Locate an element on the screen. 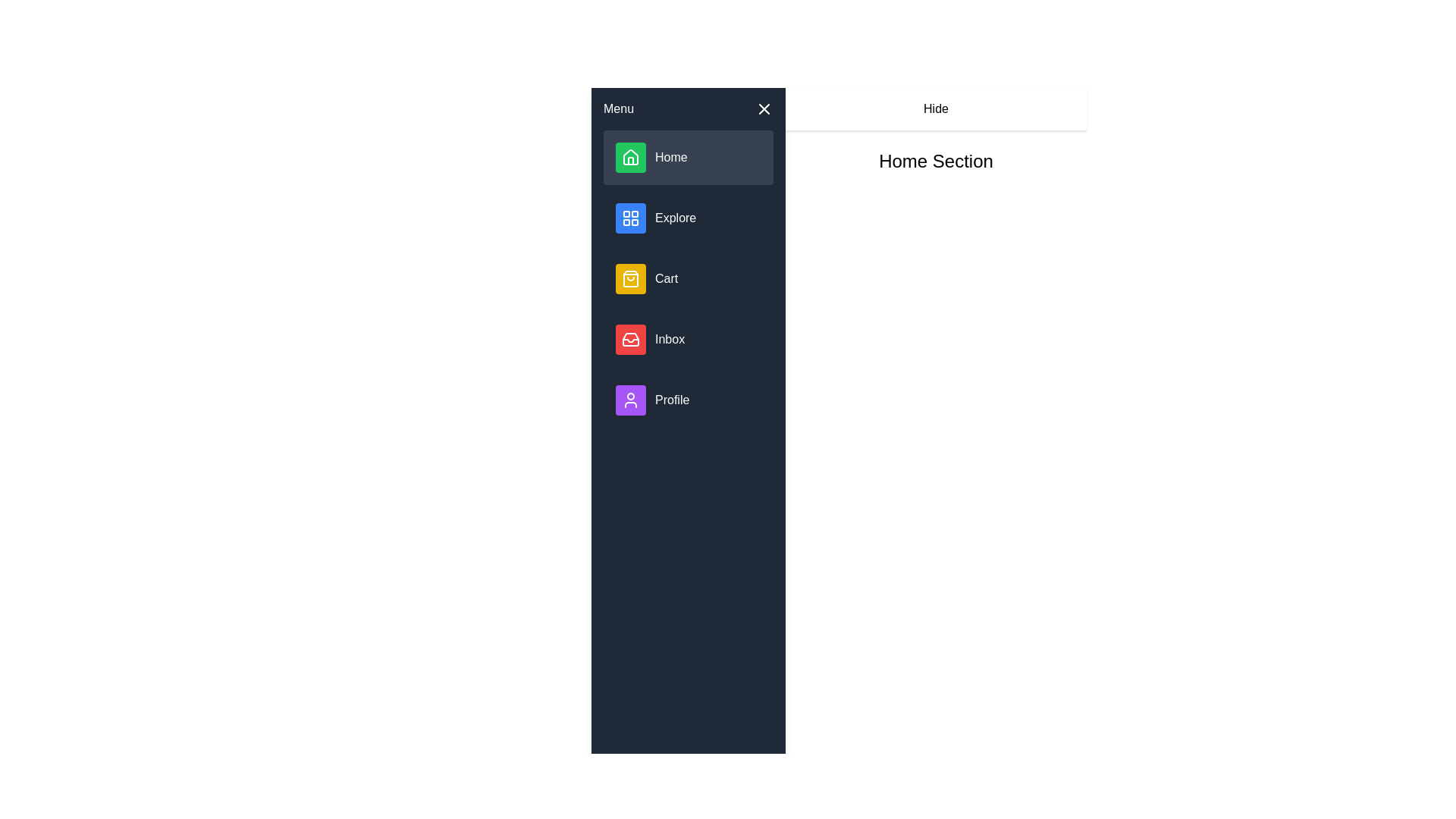 The image size is (1456, 819). the 'Explore' text label in the navigation menu, which is the rightmost part of the second item in the vertical list on the left side of the interface is located at coordinates (675, 218).